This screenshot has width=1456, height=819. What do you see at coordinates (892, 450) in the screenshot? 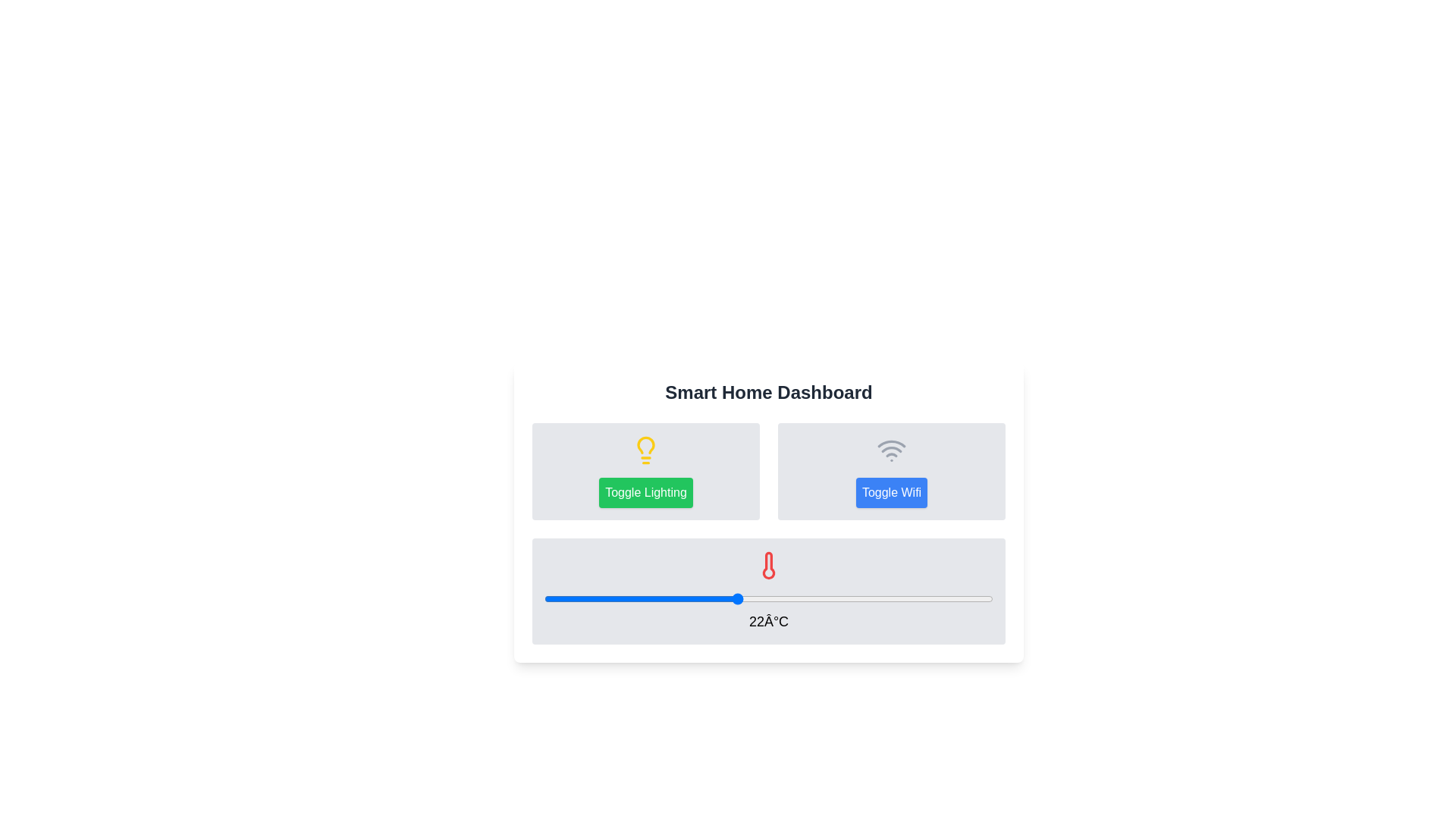
I see `the Wi-Fi signal icon, which is styled in light gray and is located at the center of the right card in the top row of the 'Smart Home Dashboard' interface` at bounding box center [892, 450].